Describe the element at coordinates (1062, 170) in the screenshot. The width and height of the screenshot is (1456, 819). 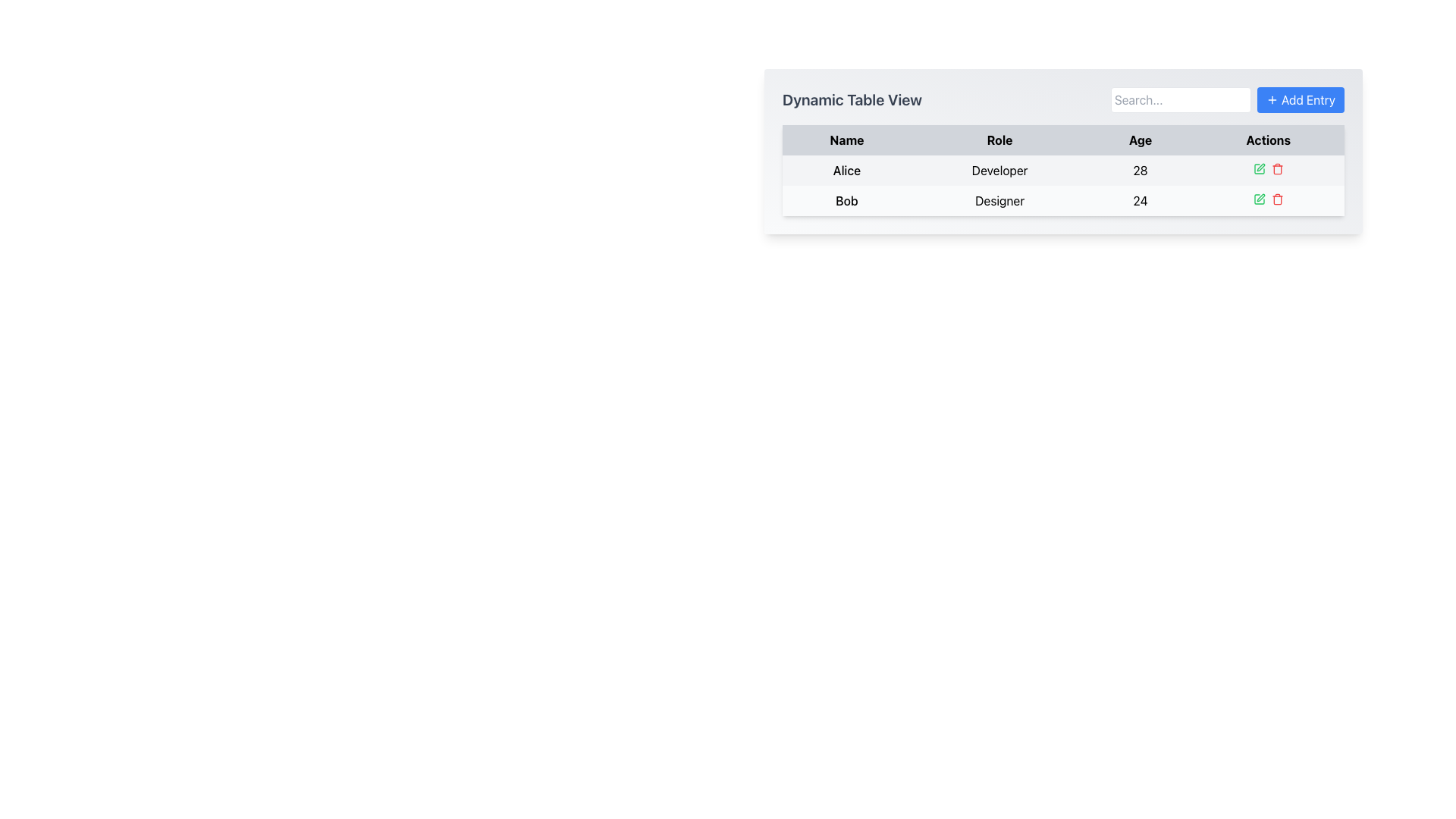
I see `the first row of the table displaying user details, which includes the name 'Alice', role 'Developer', and age '28'` at that location.